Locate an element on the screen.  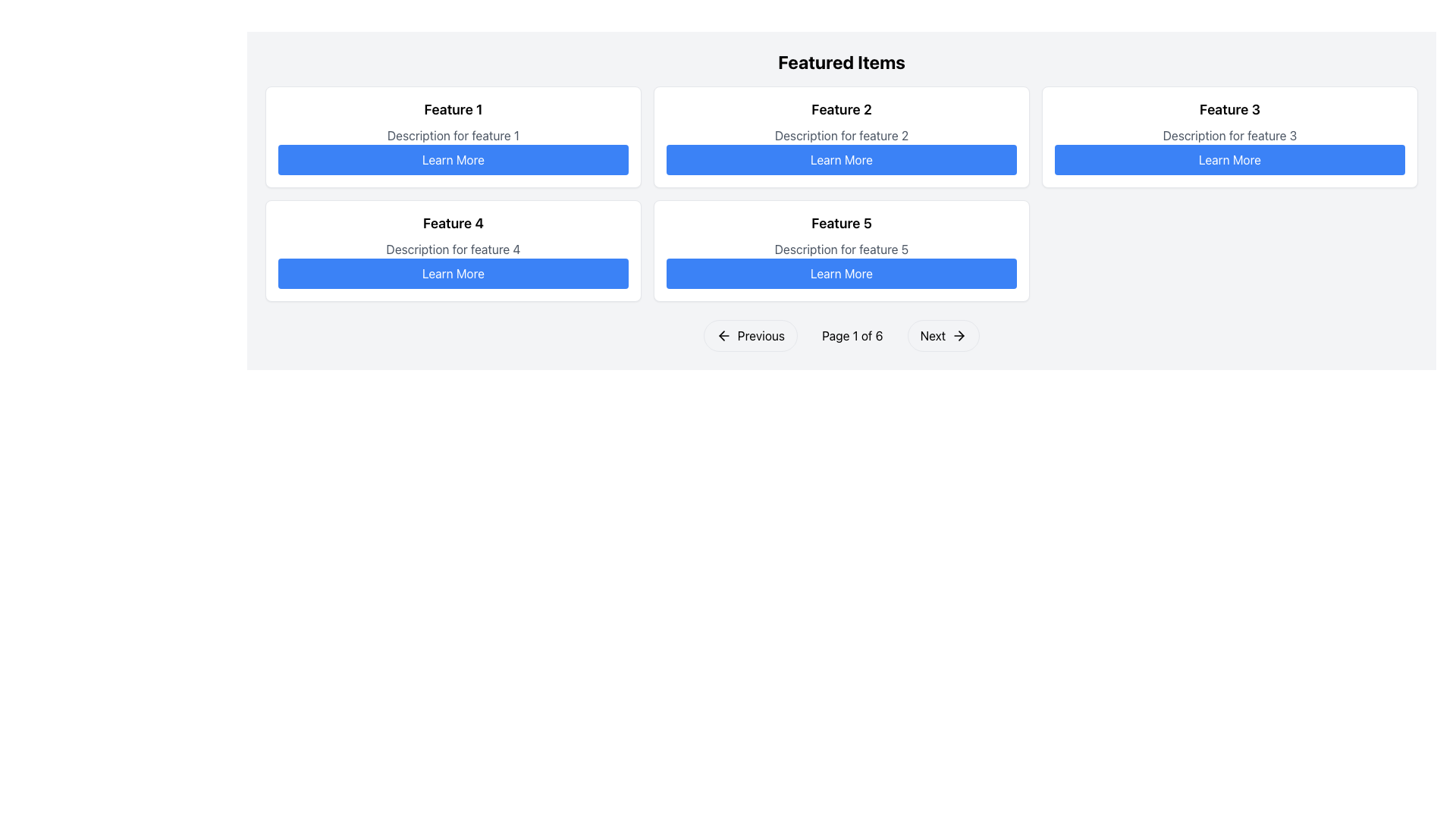
the static text label that reads 'Description for feature 3', which is located beneath the title within the 'Feature 3' box is located at coordinates (1230, 134).